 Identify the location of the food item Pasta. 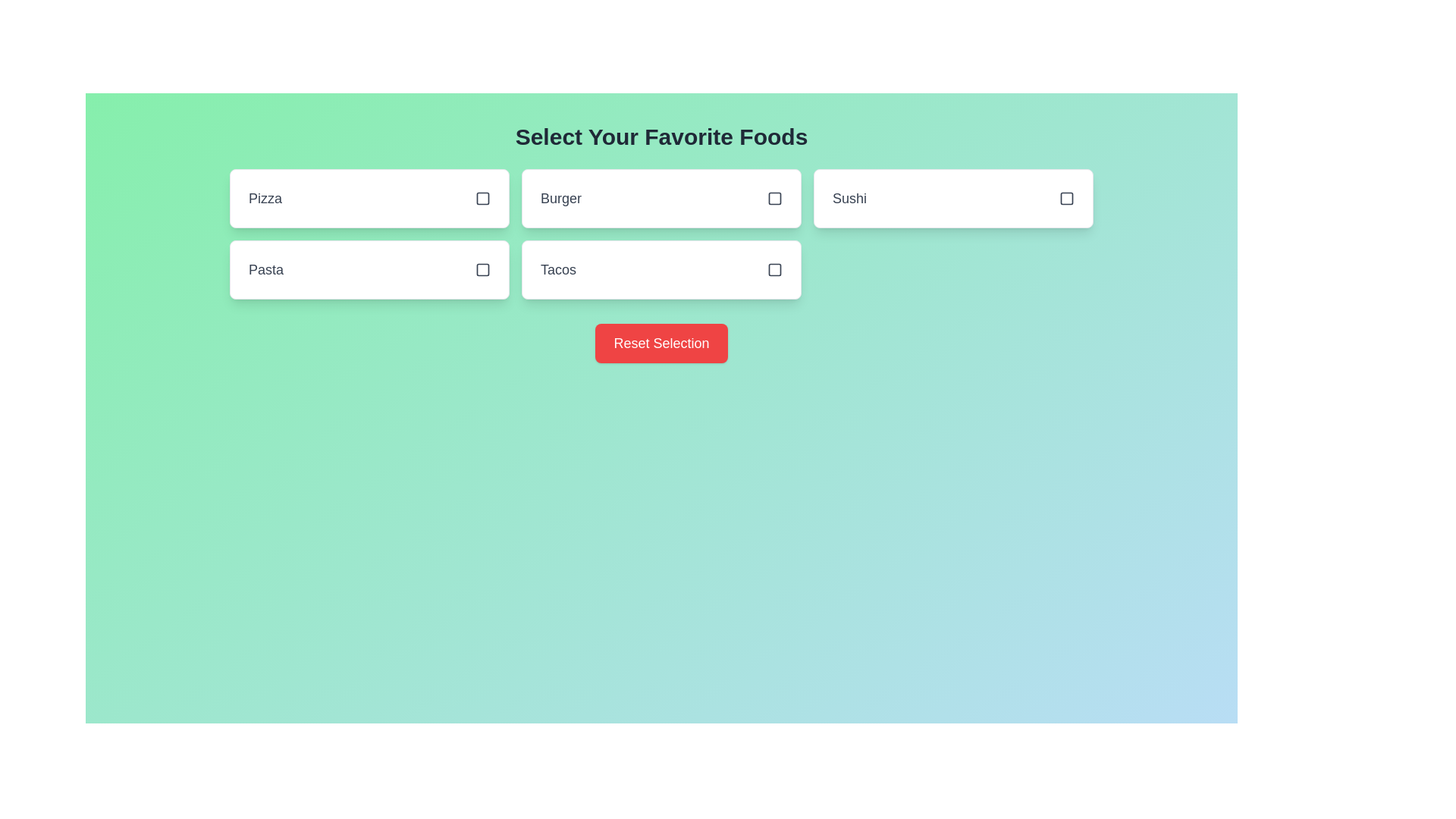
(369, 268).